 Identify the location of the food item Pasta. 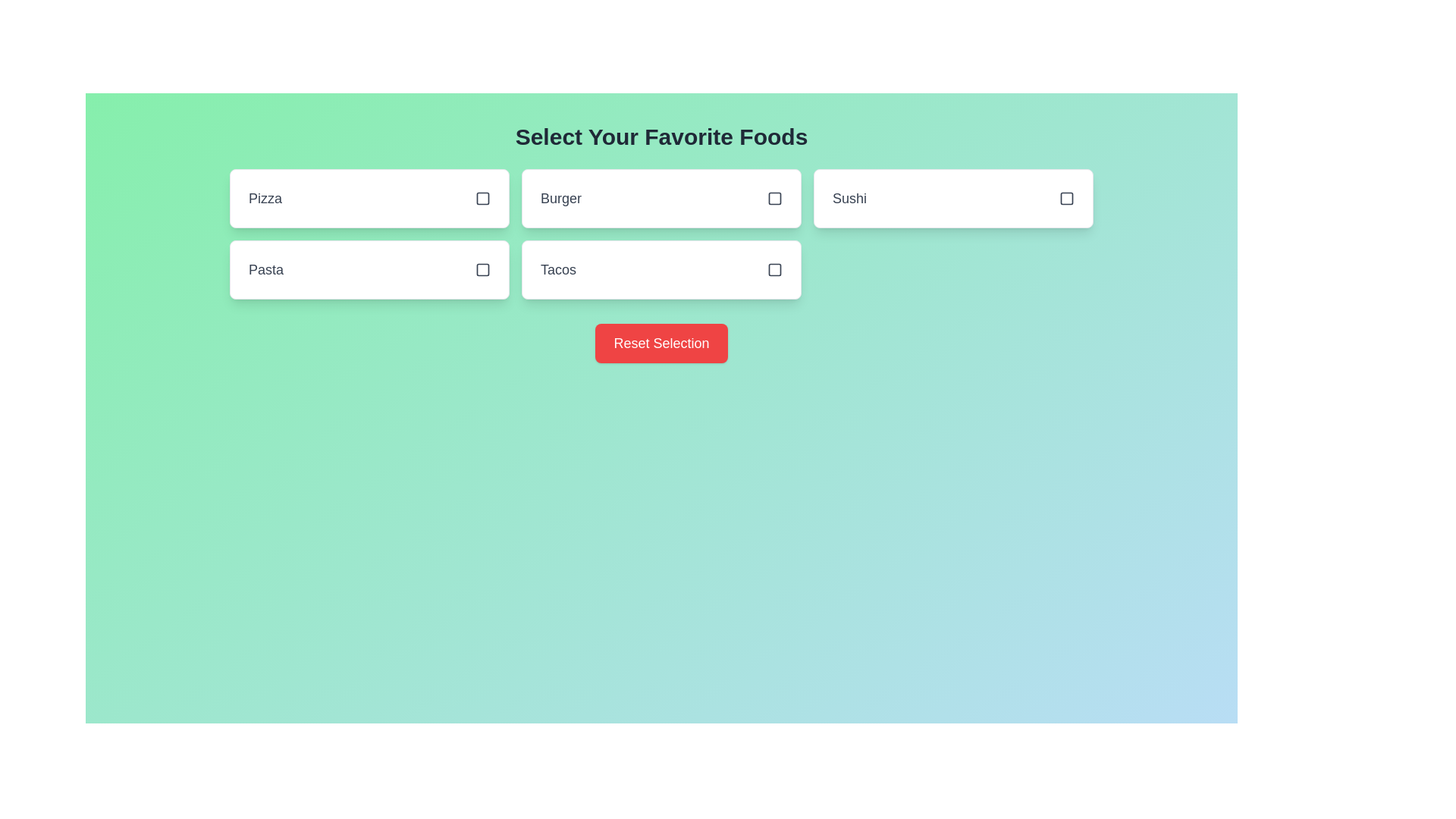
(369, 268).